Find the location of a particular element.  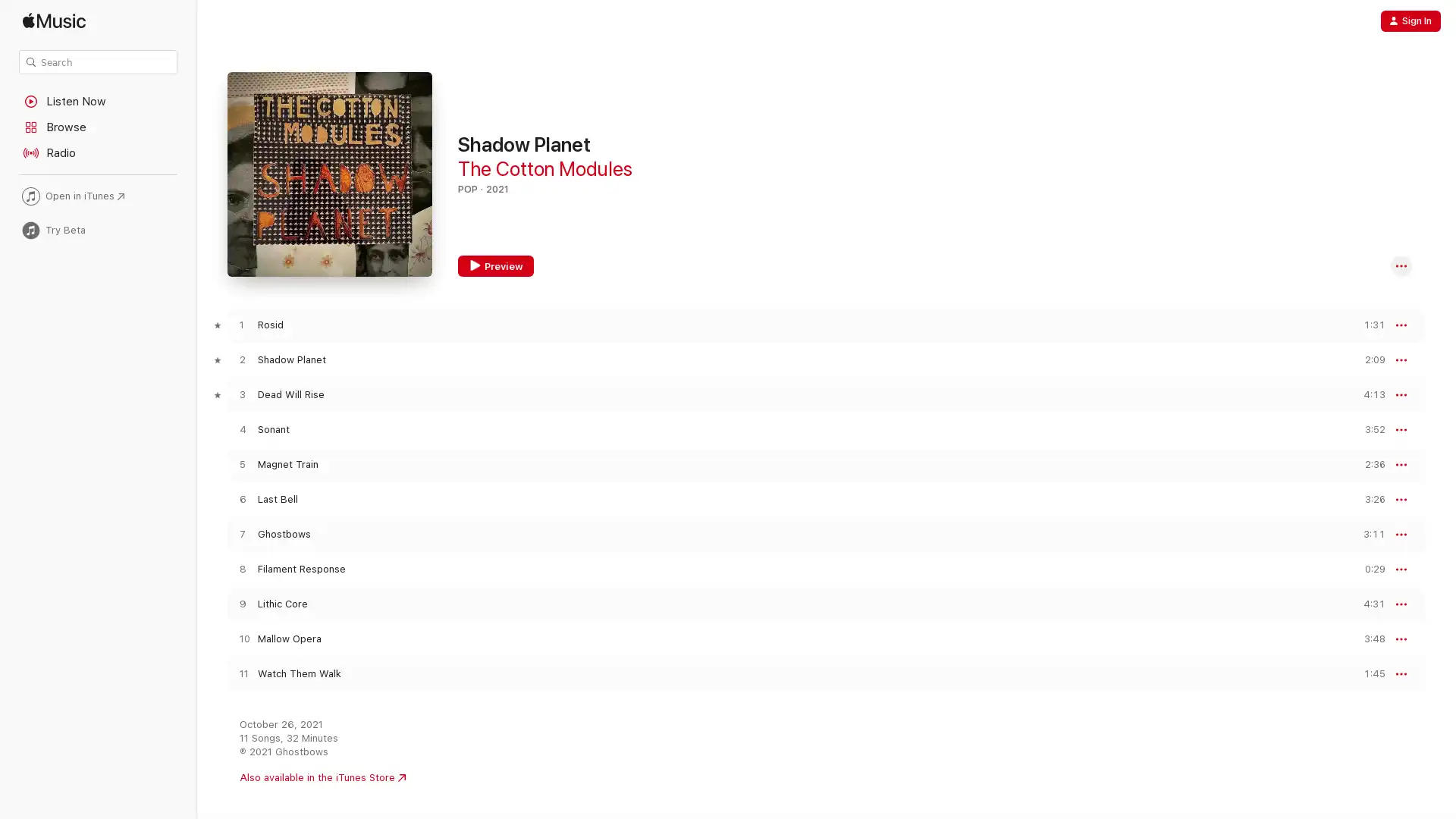

Play is located at coordinates (241, 429).